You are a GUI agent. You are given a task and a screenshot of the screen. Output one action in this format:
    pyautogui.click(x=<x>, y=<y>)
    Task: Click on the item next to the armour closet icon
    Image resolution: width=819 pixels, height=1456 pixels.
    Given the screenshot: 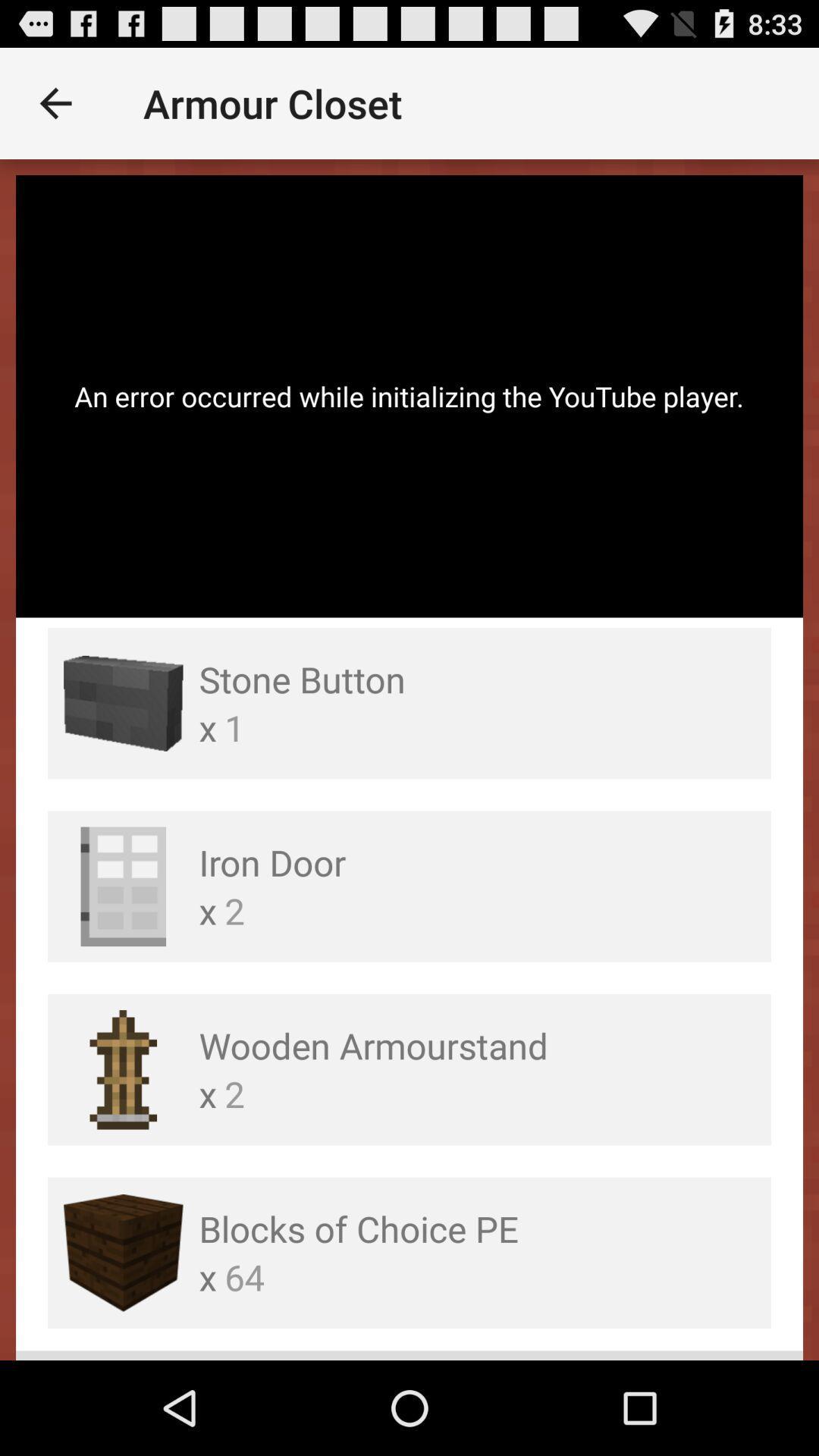 What is the action you would take?
    pyautogui.click(x=55, y=102)
    